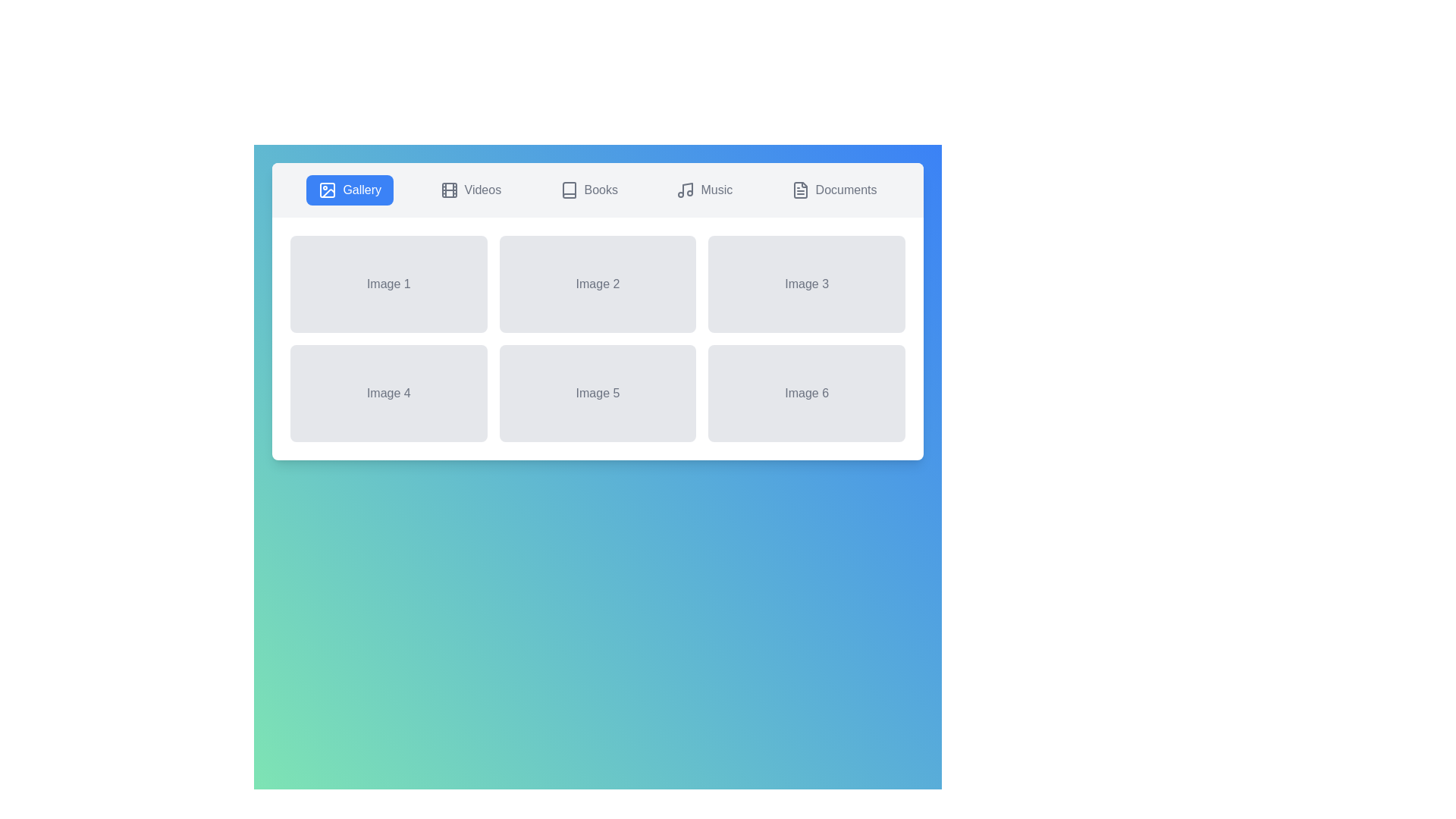  Describe the element at coordinates (687, 188) in the screenshot. I see `the vertical line element within the Music icon in the top navigation bar` at that location.